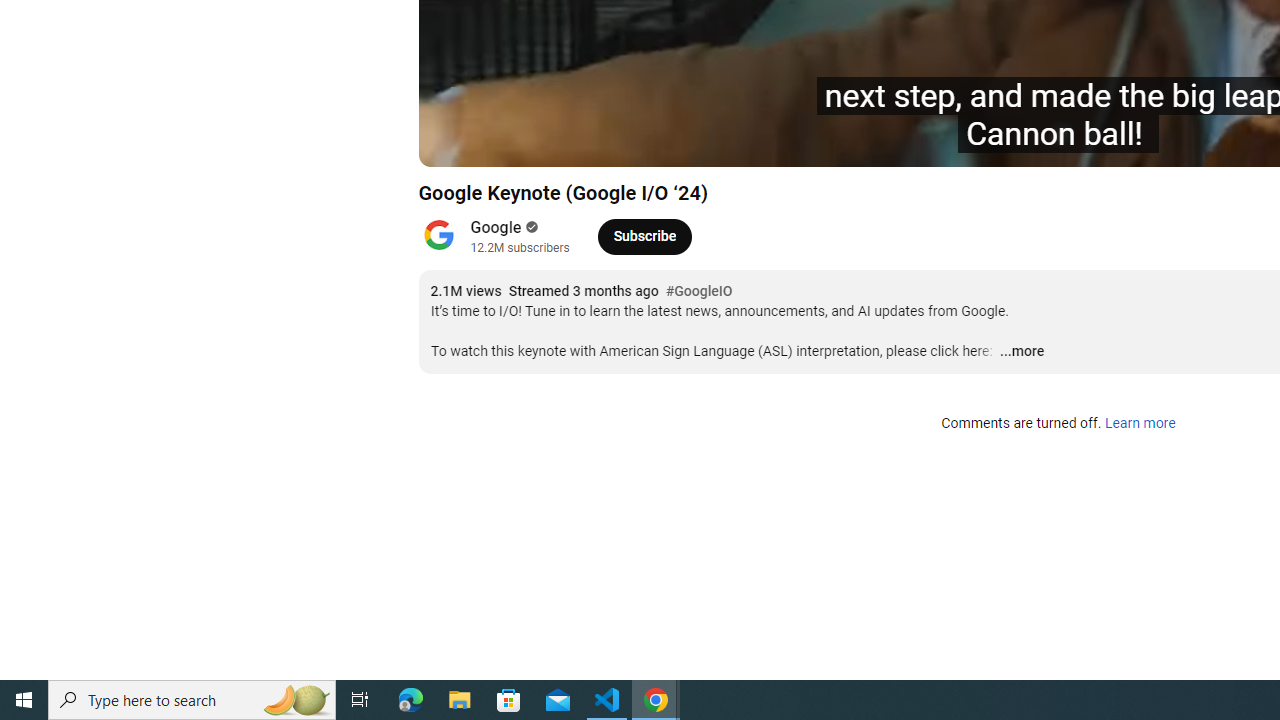  Describe the element at coordinates (644, 235) in the screenshot. I see `'Subscribe to Google.'` at that location.